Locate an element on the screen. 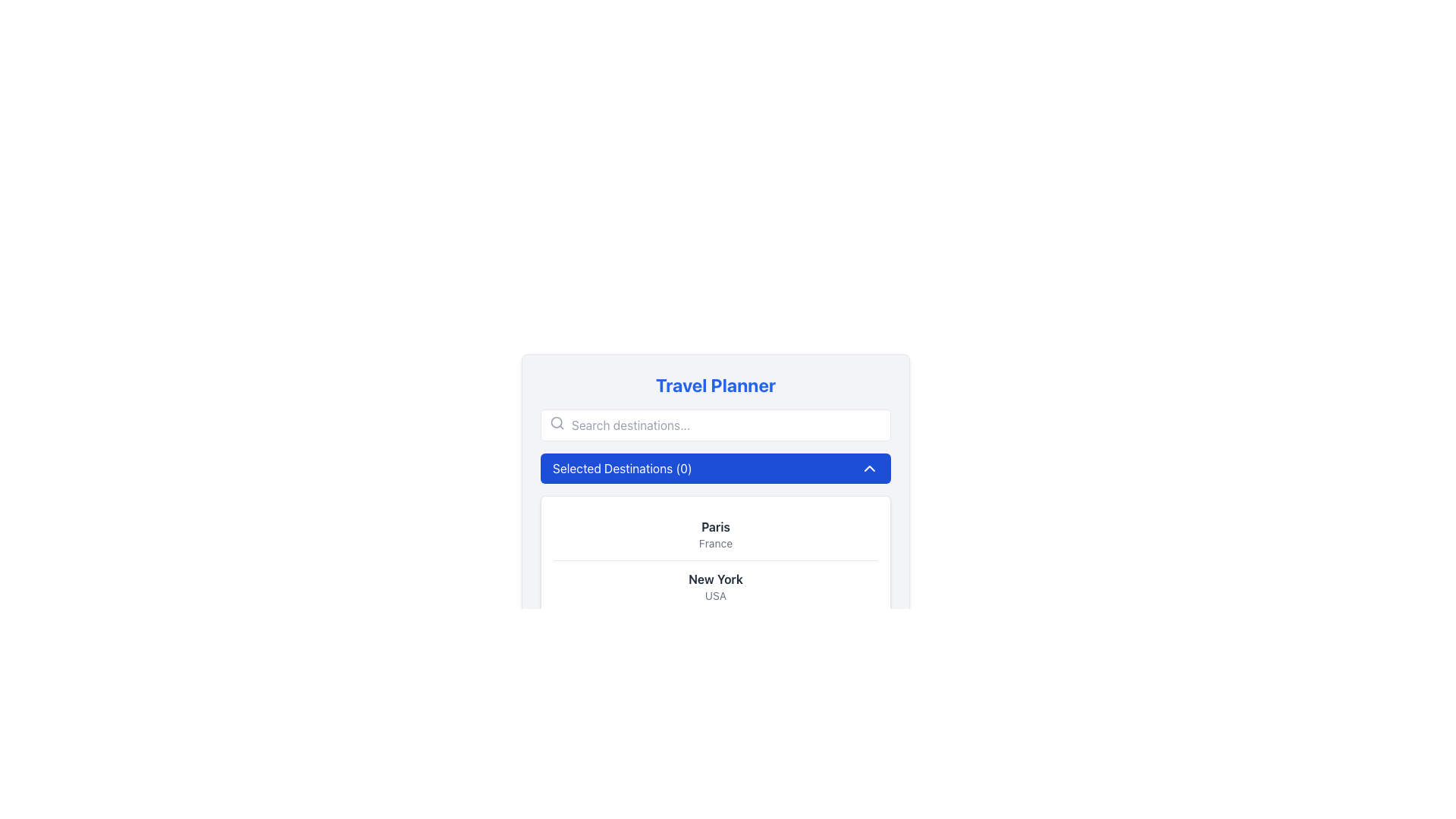 This screenshot has height=819, width=1456. the search icon located at the top-left of the input search bar in the 'Travel Planner' section, which represents the search functionality is located at coordinates (556, 423).